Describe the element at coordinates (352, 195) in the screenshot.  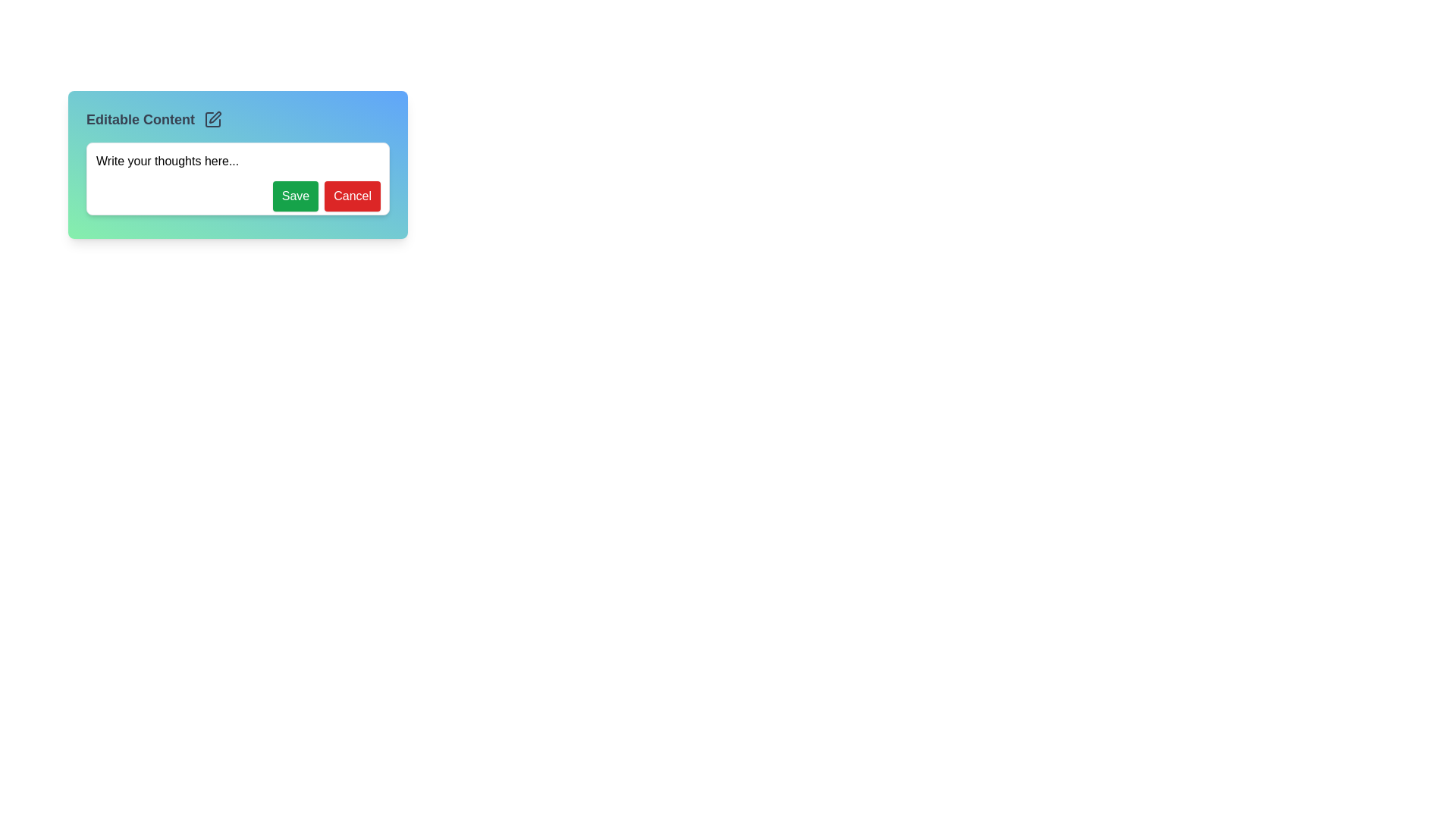
I see `the 'Cancel' button, which is a rectangular button with a red background and white text` at that location.